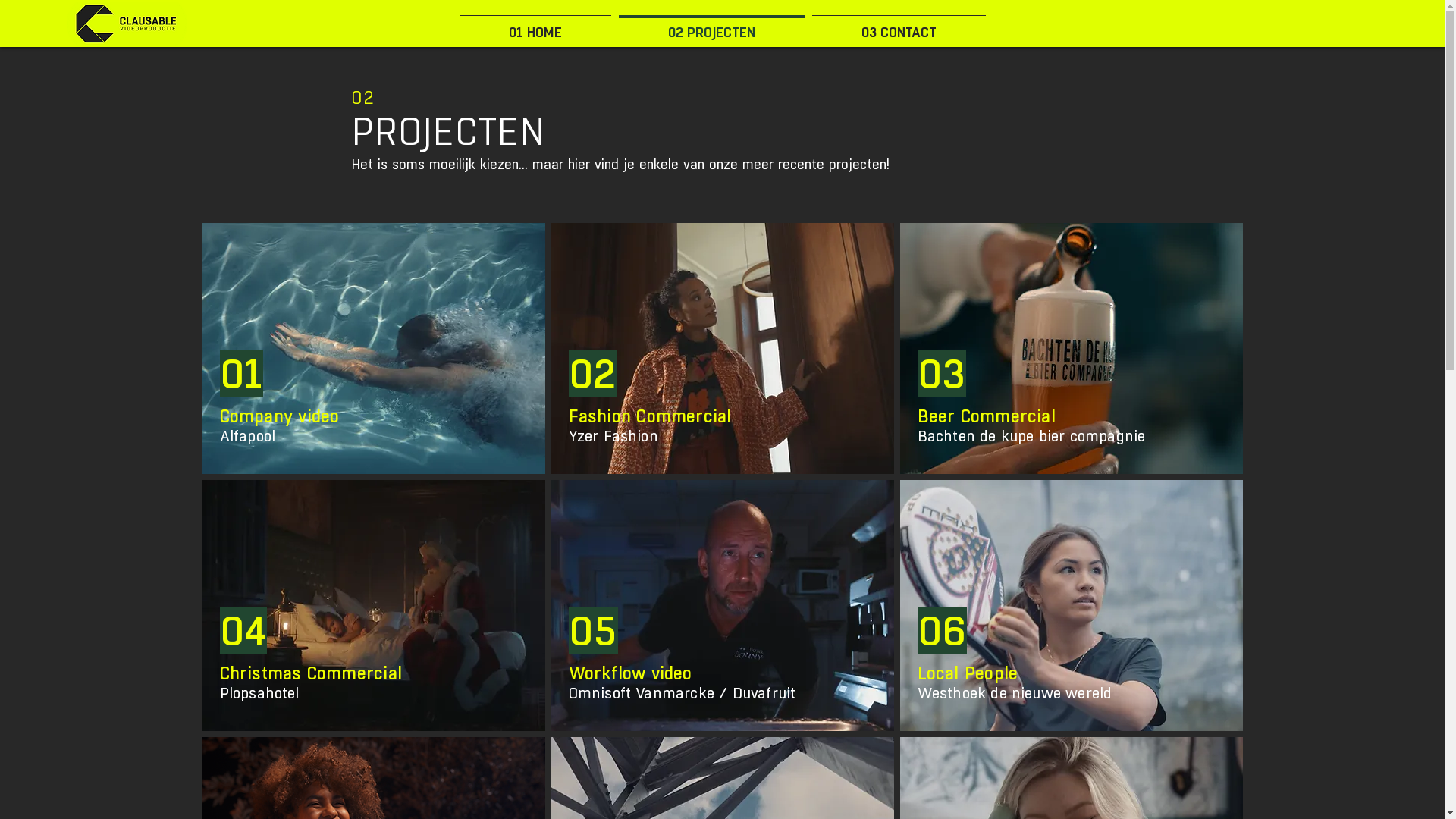 The width and height of the screenshot is (1456, 819). I want to click on 'Company video', so click(280, 416).